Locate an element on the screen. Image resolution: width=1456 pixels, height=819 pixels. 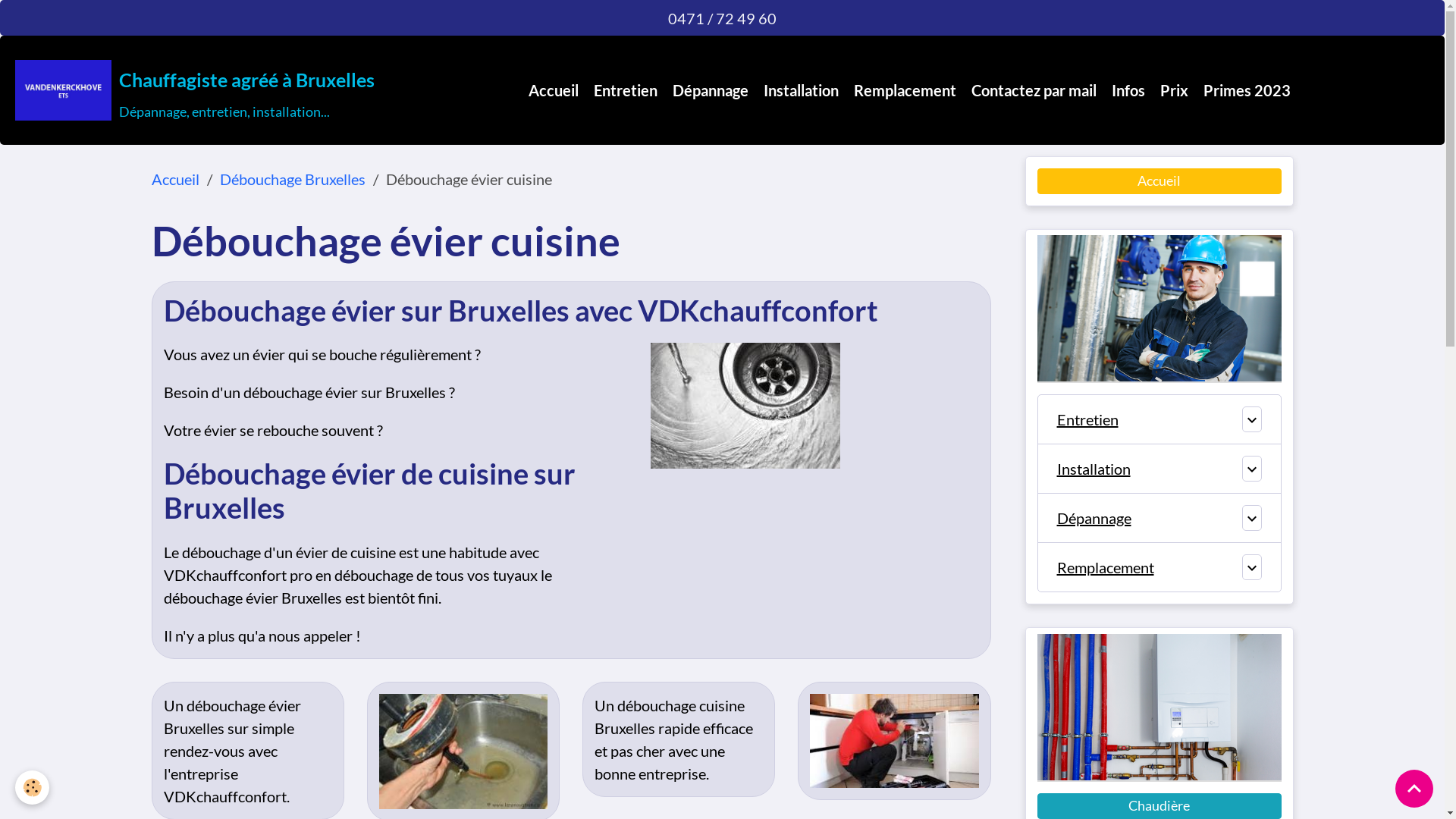
'0471 / 72 49 60' is located at coordinates (721, 17).